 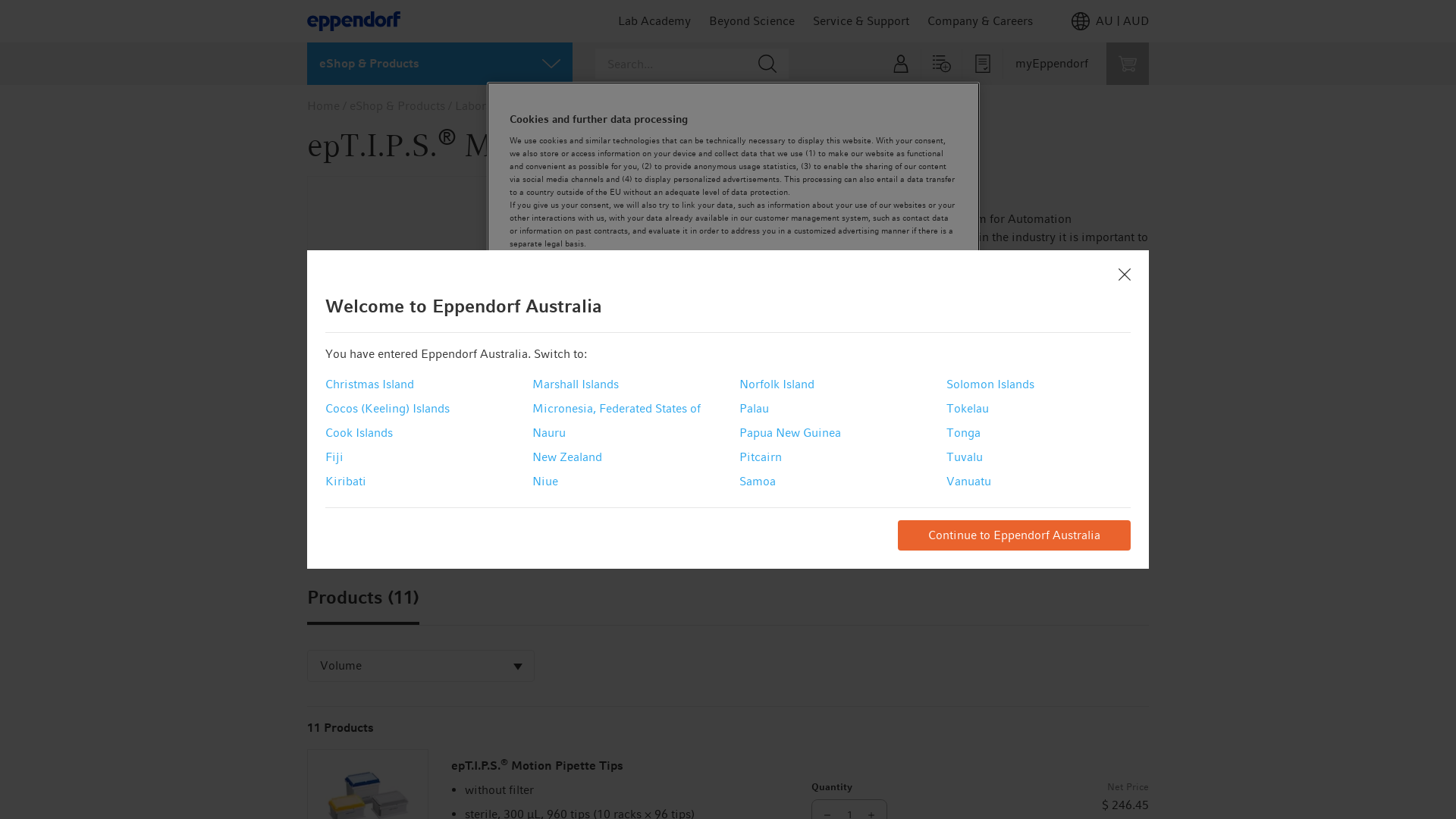 I want to click on 'Home', so click(x=322, y=105).